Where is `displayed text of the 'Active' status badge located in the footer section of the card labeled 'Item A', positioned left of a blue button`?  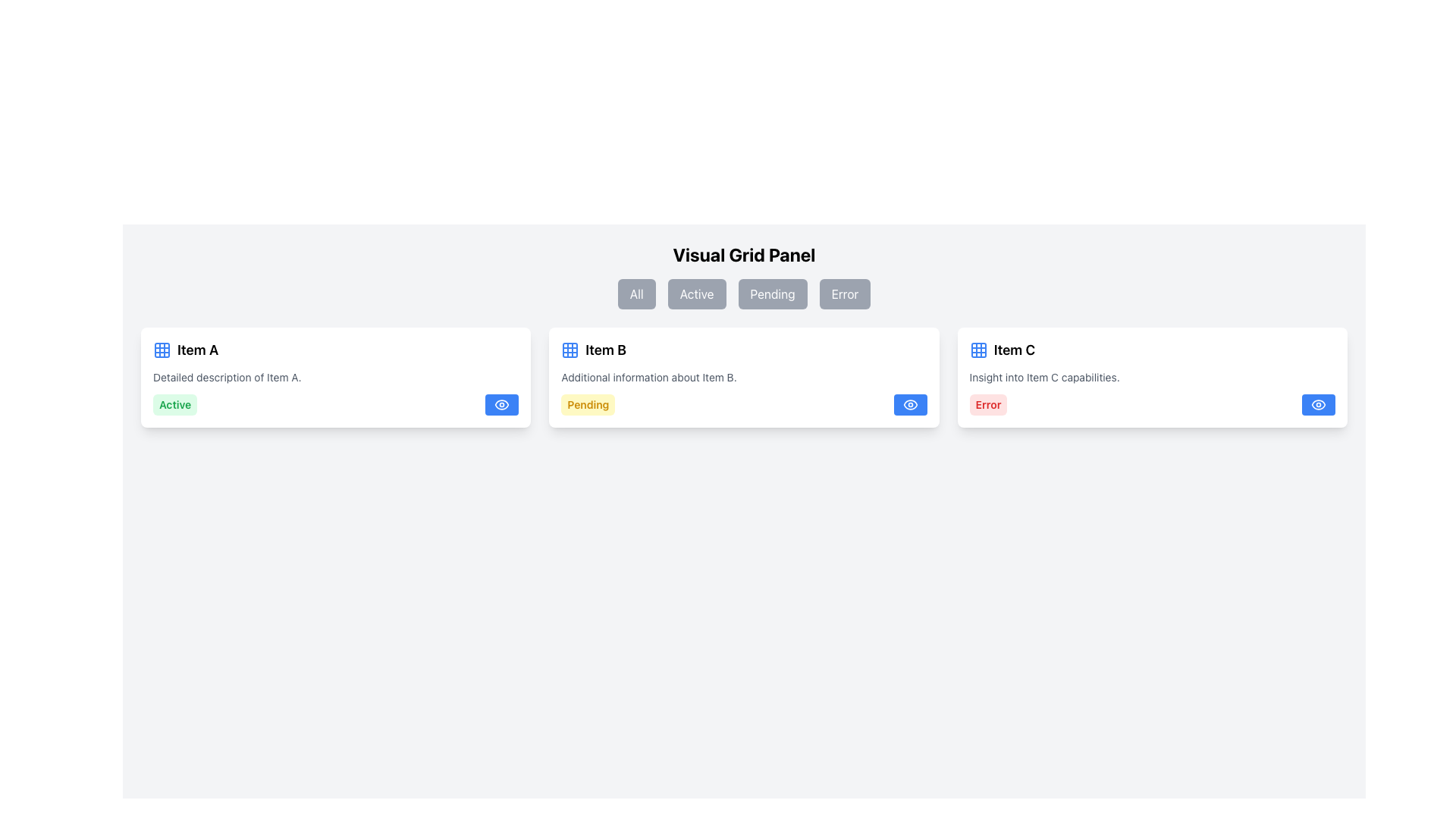 displayed text of the 'Active' status badge located in the footer section of the card labeled 'Item A', positioned left of a blue button is located at coordinates (175, 403).